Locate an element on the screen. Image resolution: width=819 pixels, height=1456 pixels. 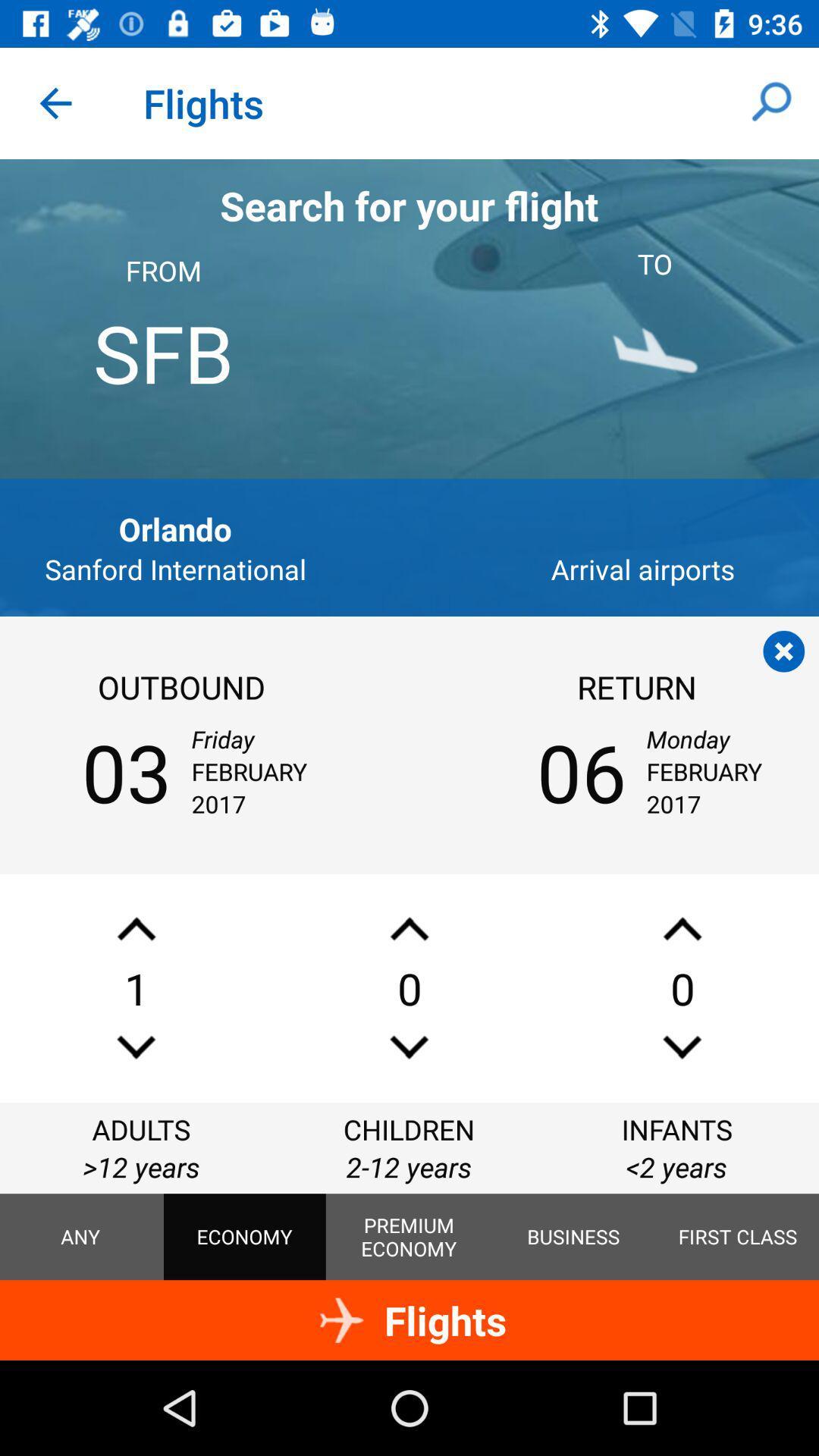
increase number of infants is located at coordinates (681, 928).